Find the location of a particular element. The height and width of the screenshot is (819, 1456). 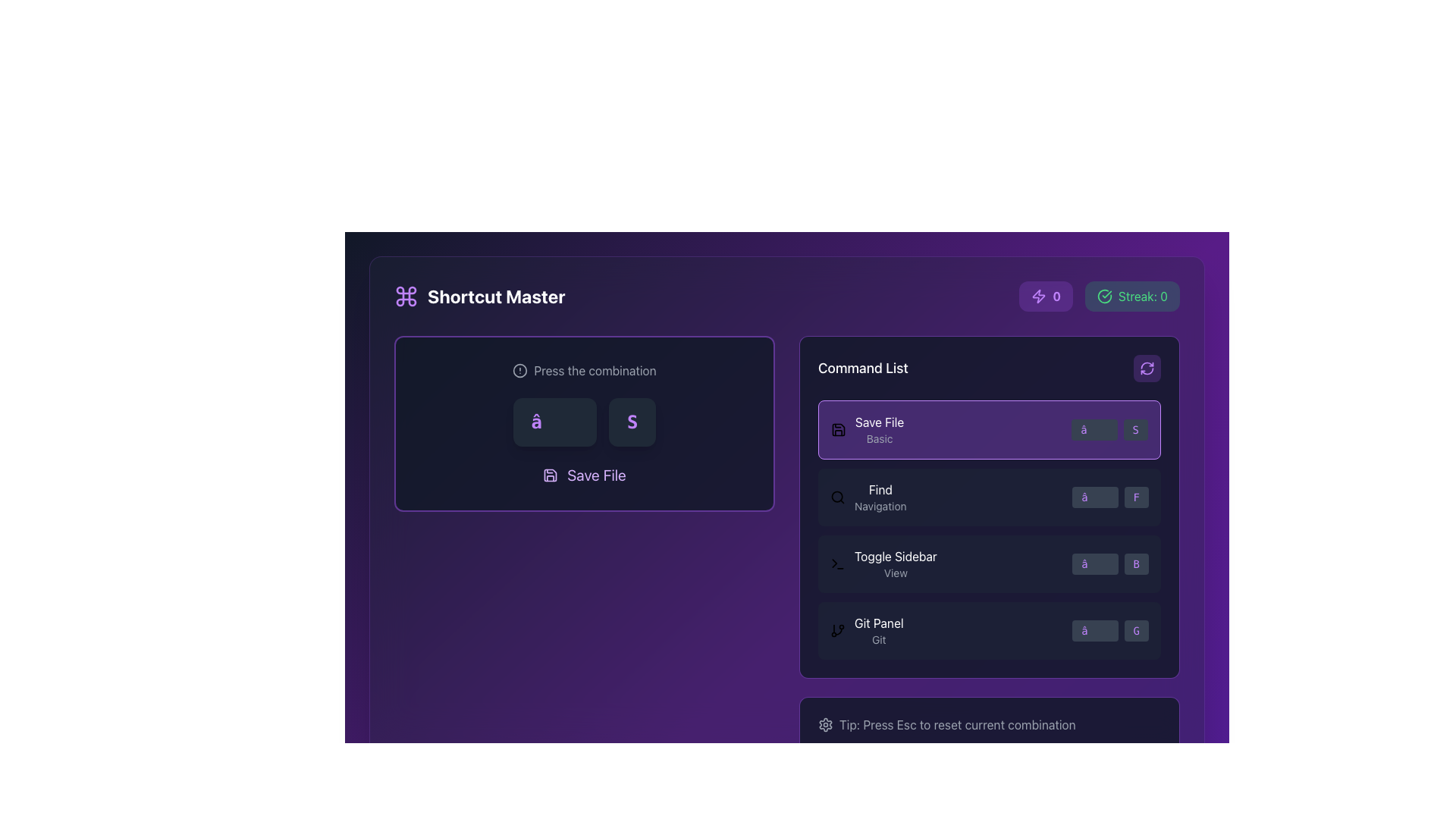

the Interactive Label with Icon representing the 'Git Panel' option located in the fourth row of the 'Command List' section on the right-hand side of the interface is located at coordinates (867, 631).